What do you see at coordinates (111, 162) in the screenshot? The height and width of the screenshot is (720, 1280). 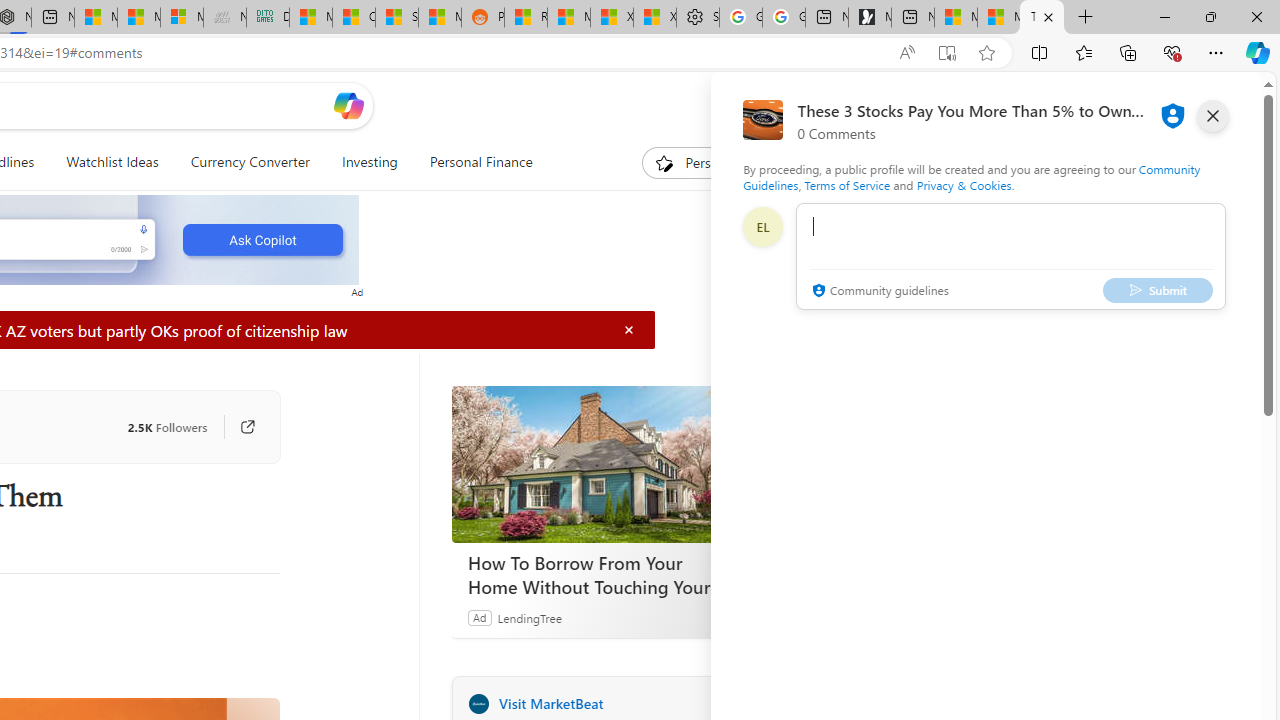 I see `'Watchlist Ideas'` at bounding box center [111, 162].